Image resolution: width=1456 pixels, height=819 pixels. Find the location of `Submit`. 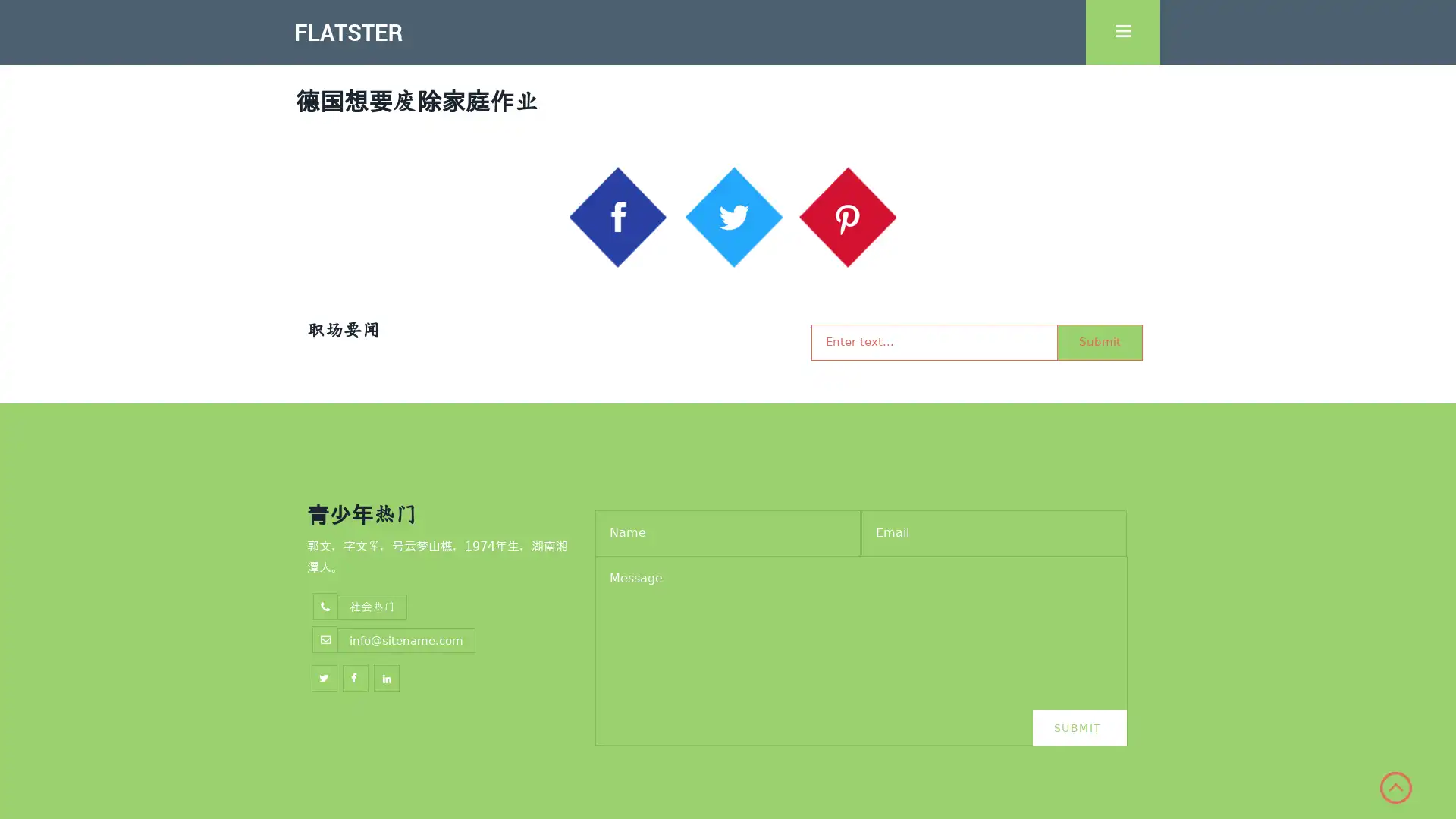

Submit is located at coordinates (1078, 726).